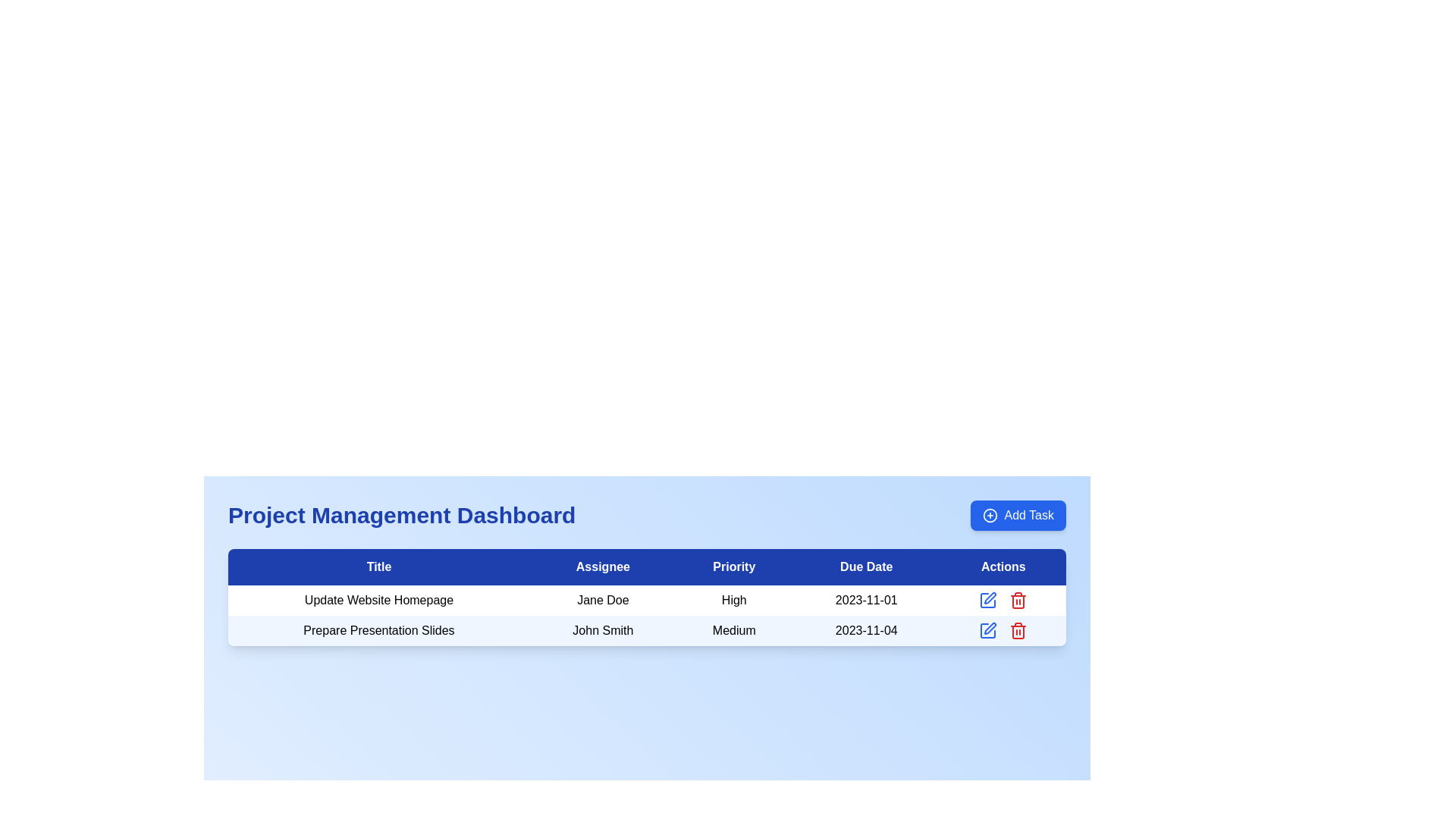 Image resolution: width=1456 pixels, height=819 pixels. Describe the element at coordinates (866, 599) in the screenshot. I see `the 'Due Date' text label in the first row of the task table, which displays the due date for the corresponding task` at that location.